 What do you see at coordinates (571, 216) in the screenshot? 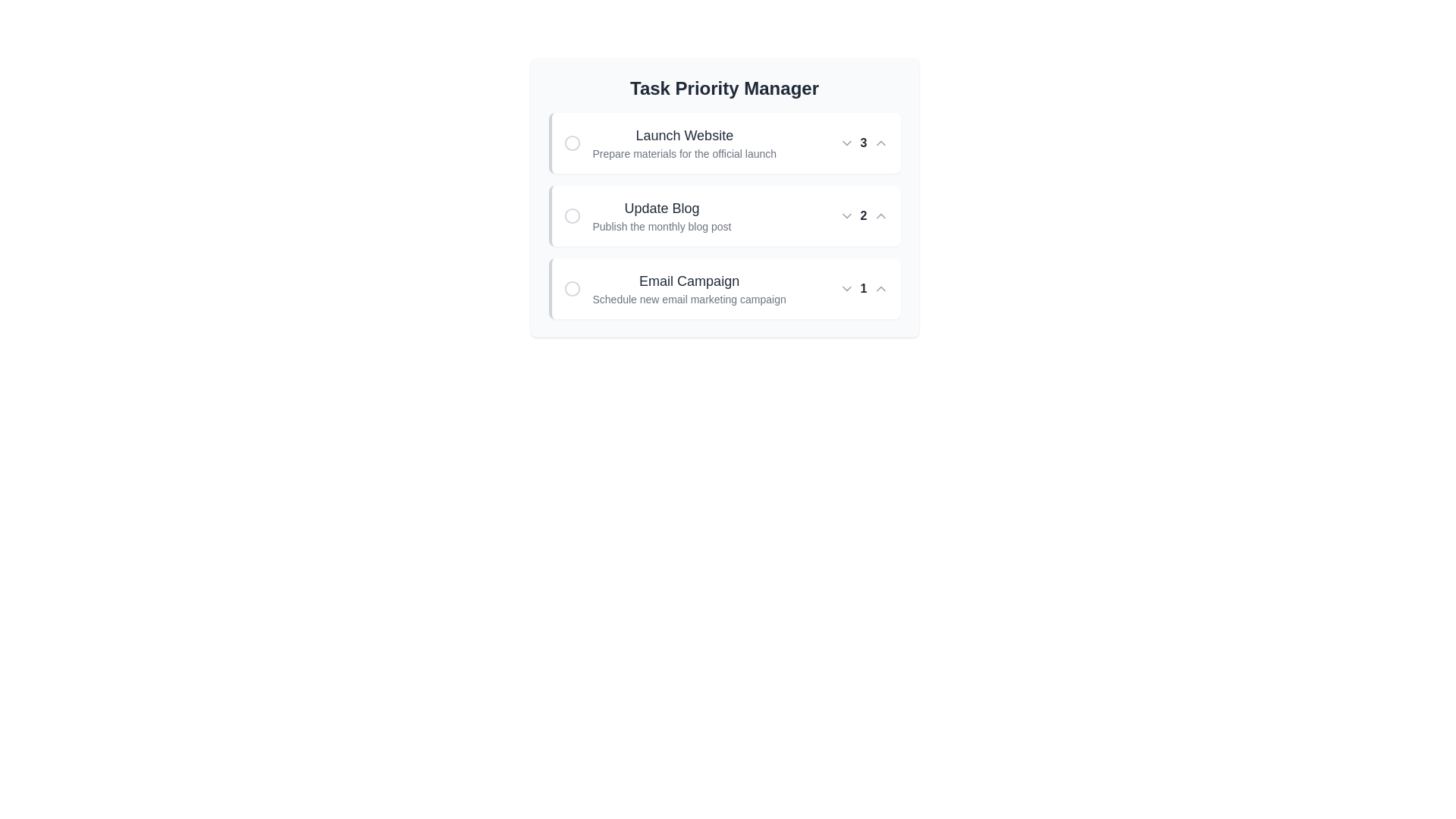
I see `keyboard navigation` at bounding box center [571, 216].